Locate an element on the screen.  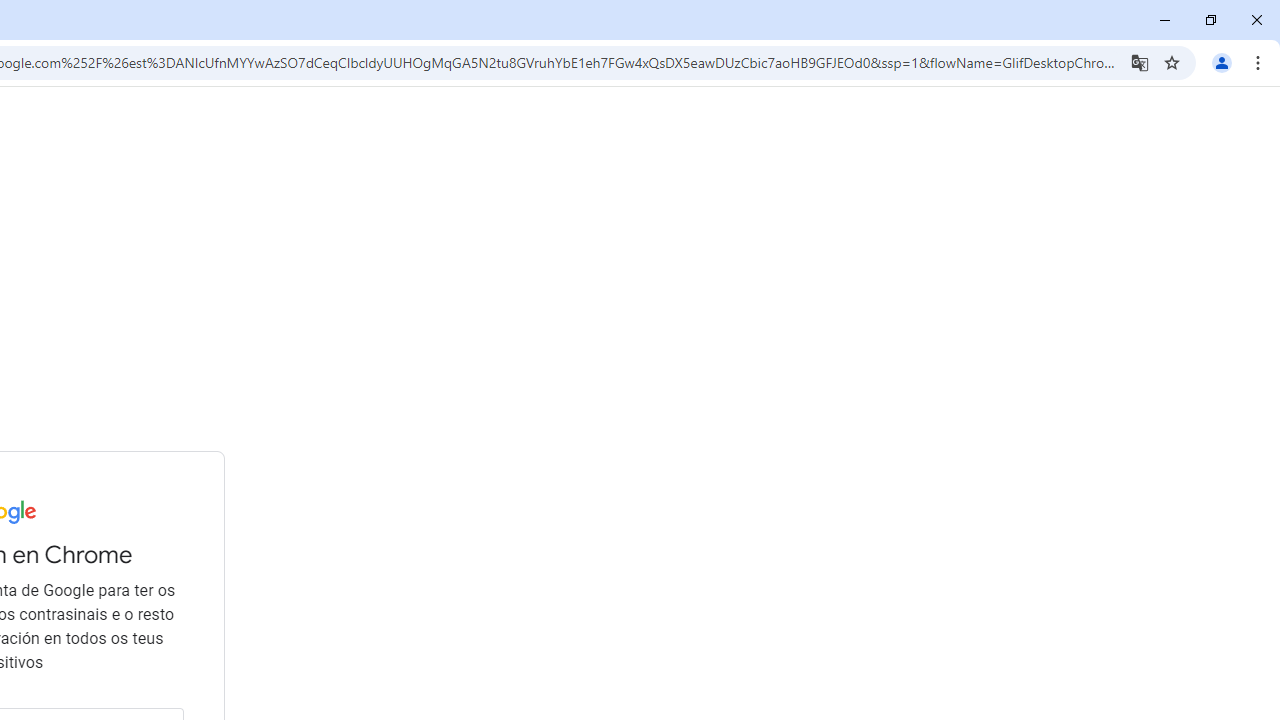
'Translate this page' is located at coordinates (1139, 61).